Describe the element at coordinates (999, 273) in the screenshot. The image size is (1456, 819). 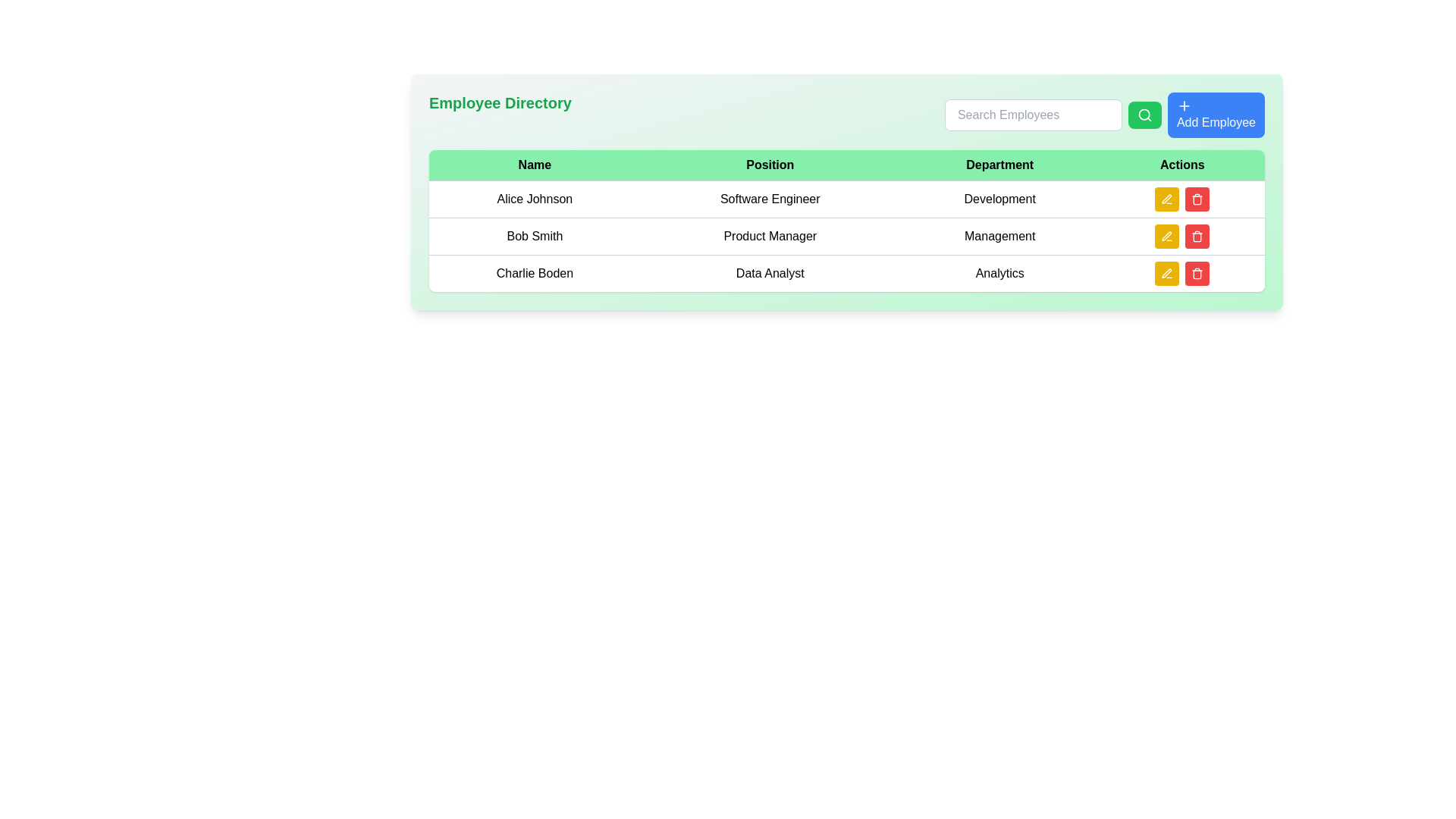
I see `the text label that displays 'Analytics' located in the 'Department' column for 'Charlie Boden' and 'Data Analyst'` at that location.